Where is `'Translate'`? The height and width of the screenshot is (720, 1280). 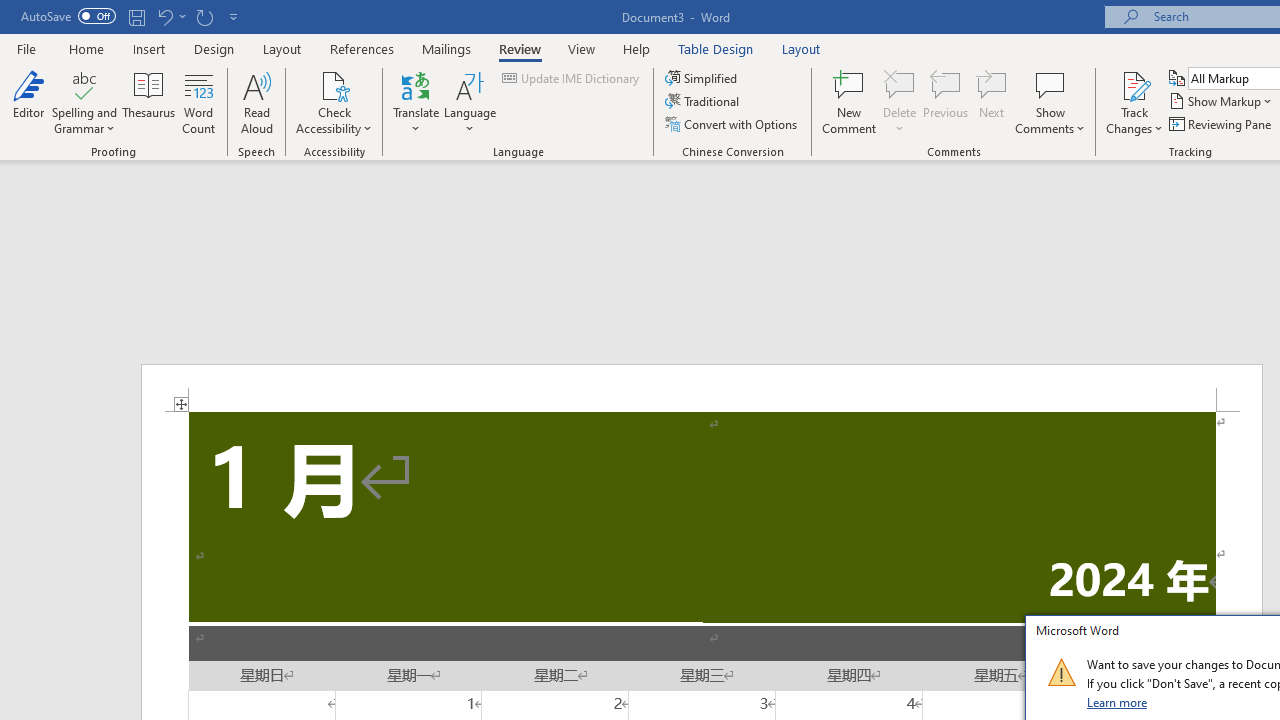 'Translate' is located at coordinates (415, 103).